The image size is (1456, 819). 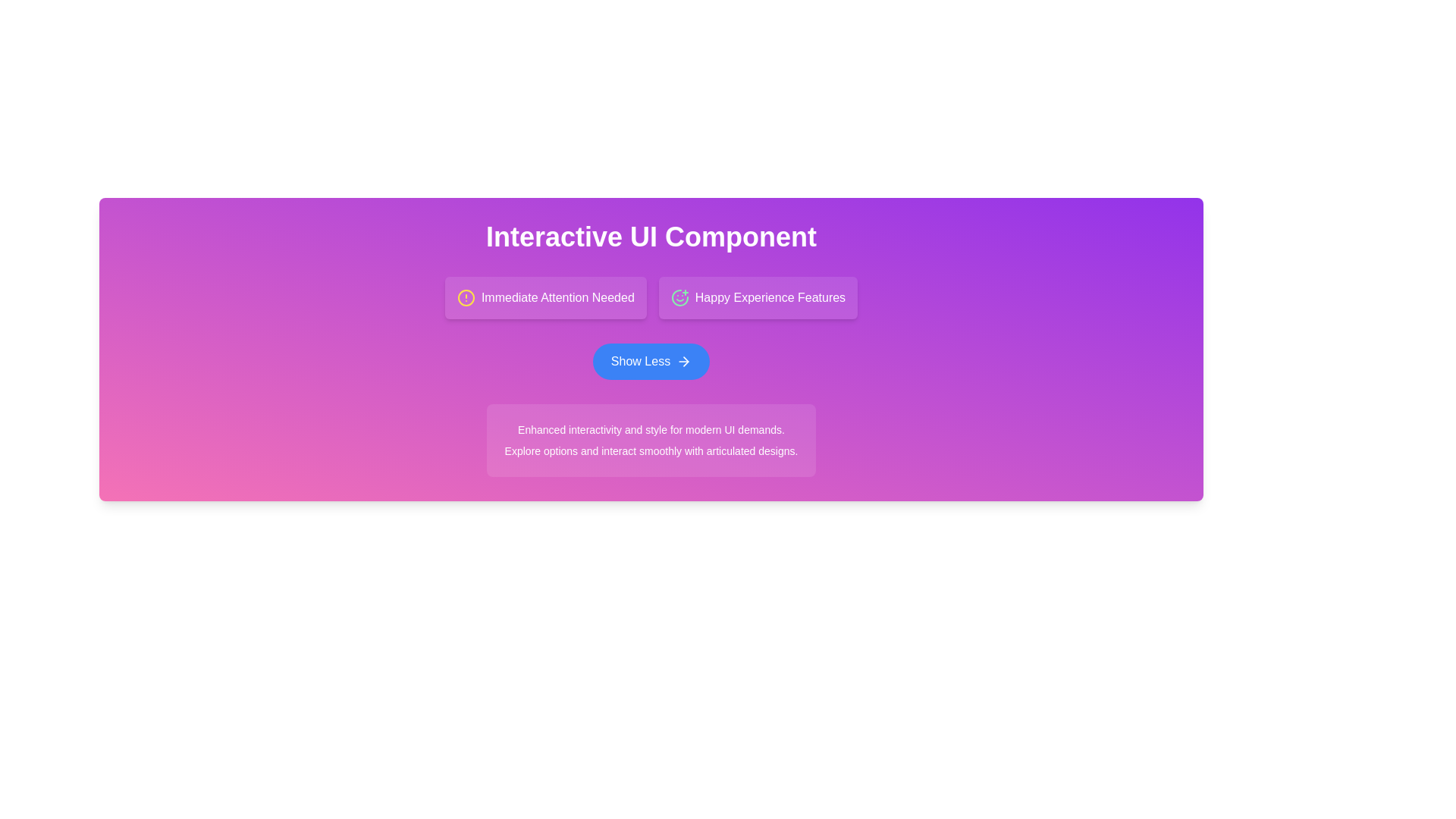 I want to click on the static text label displaying 'Happy Experience Features', which is styled in white text and located below the heading 'Interactive UI Component', so click(x=770, y=298).